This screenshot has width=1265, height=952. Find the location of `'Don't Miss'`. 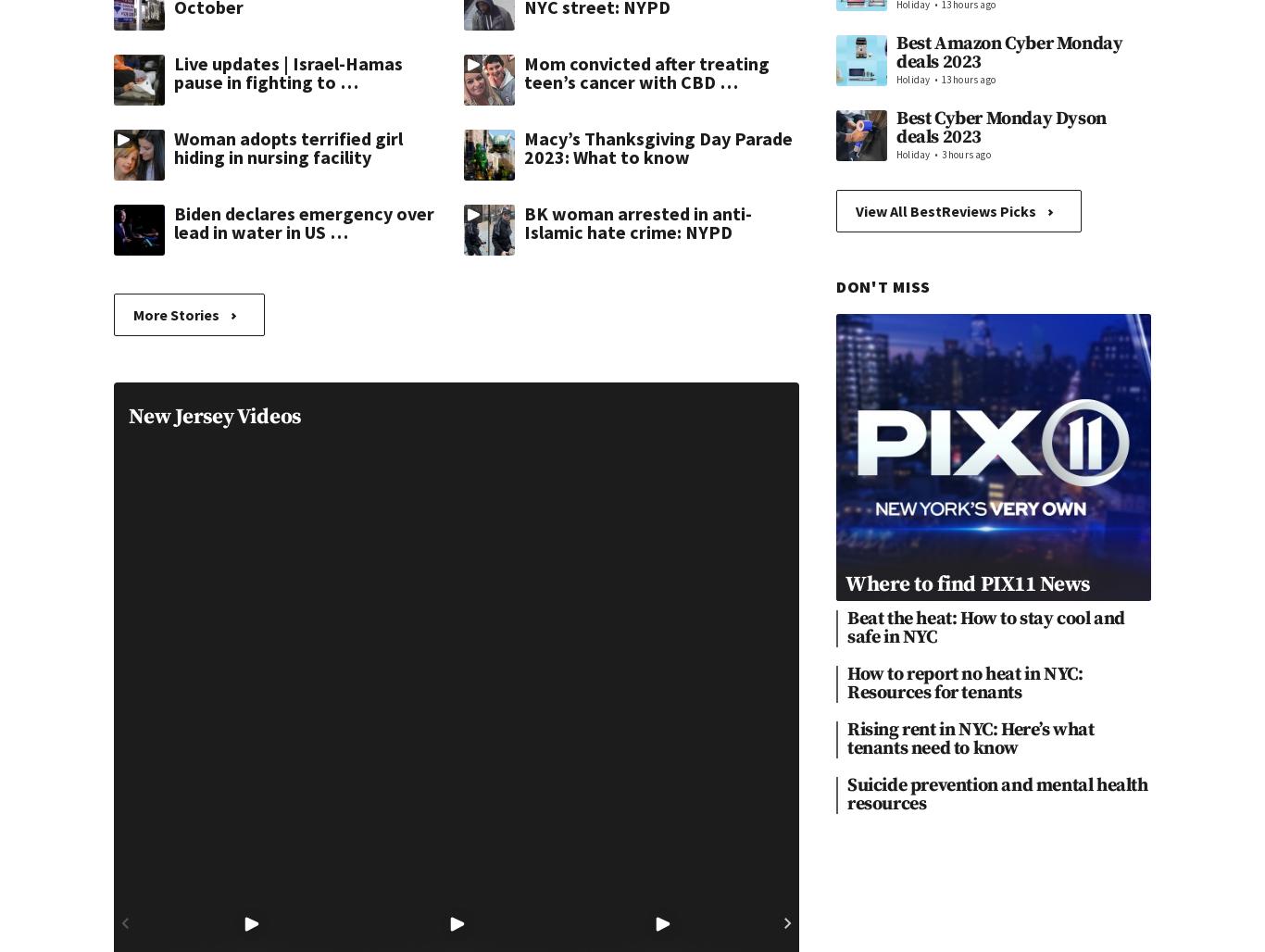

'Don't Miss' is located at coordinates (883, 285).